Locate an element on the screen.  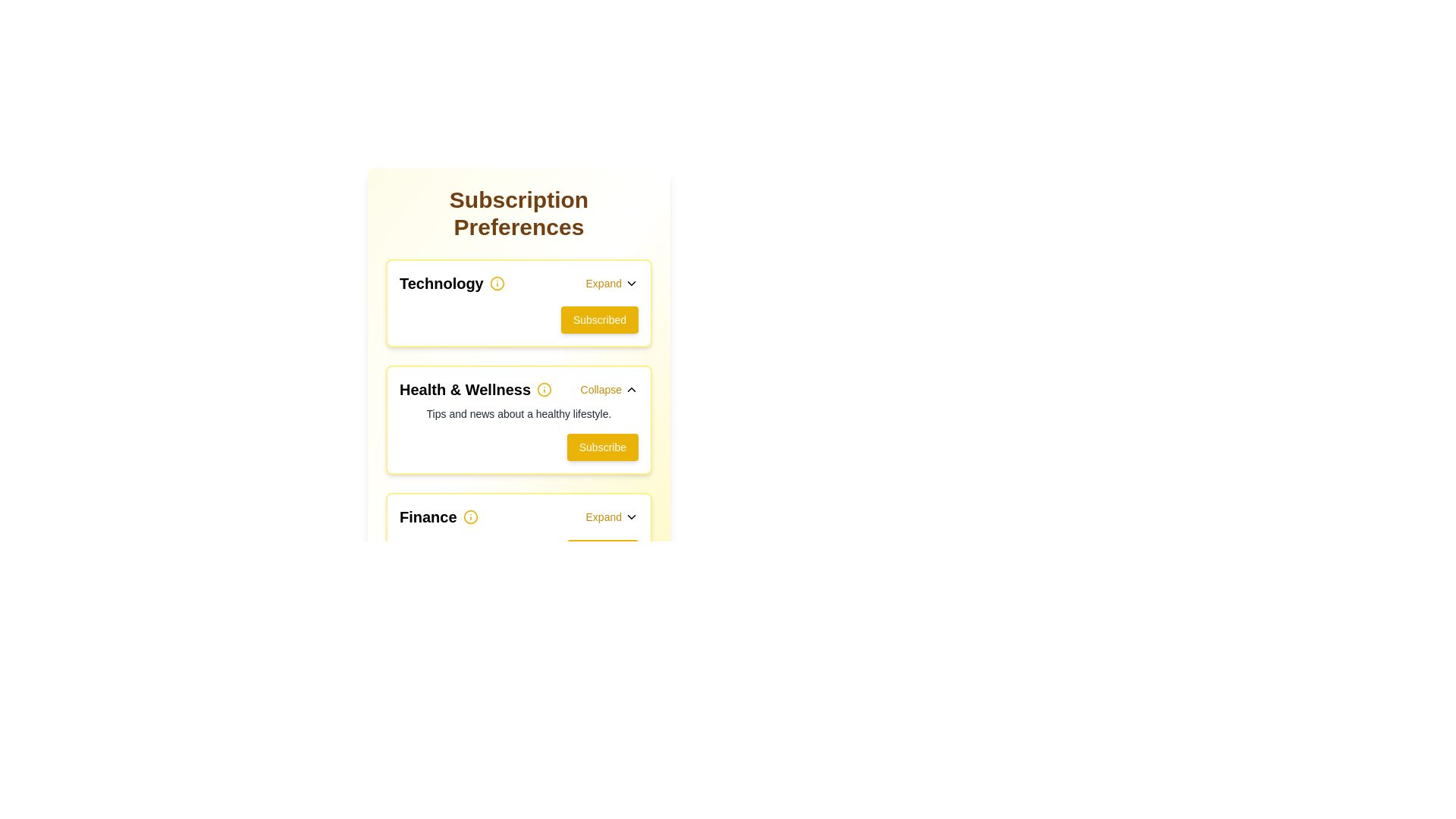
the 'Expand' dropdown trigger button located in the top right corner of the 'Technology' subscription section is located at coordinates (611, 284).